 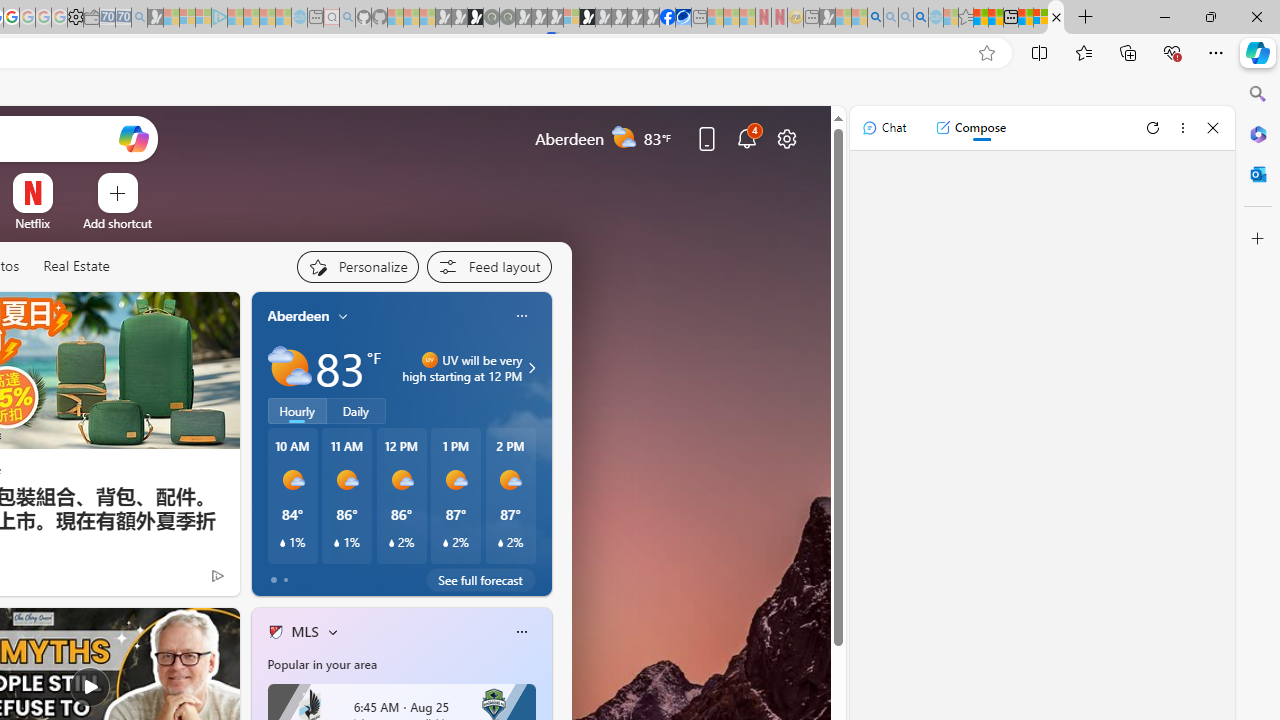 I want to click on 'Chat', so click(x=883, y=128).